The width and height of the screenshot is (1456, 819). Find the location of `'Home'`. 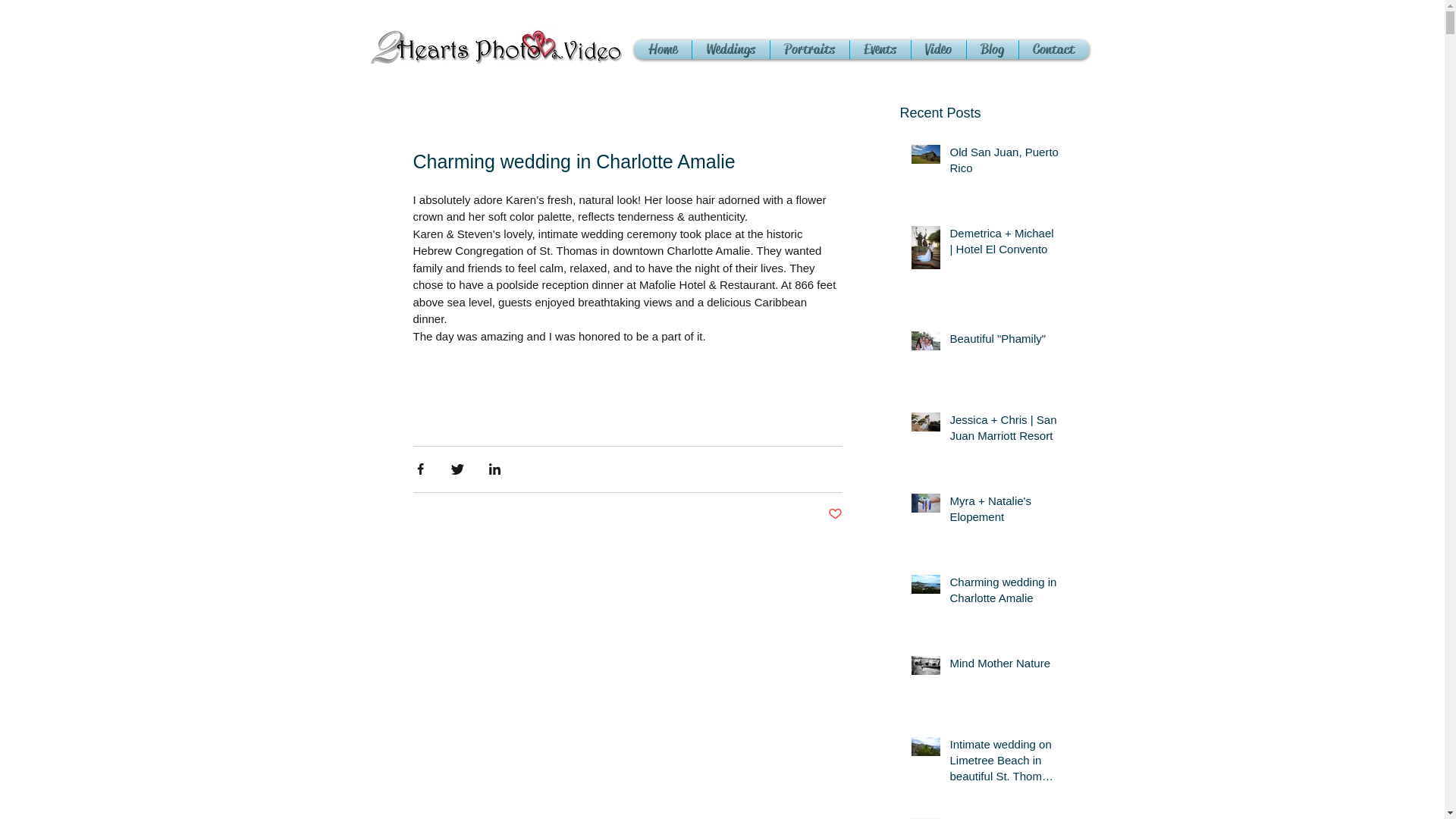

'Home' is located at coordinates (633, 49).